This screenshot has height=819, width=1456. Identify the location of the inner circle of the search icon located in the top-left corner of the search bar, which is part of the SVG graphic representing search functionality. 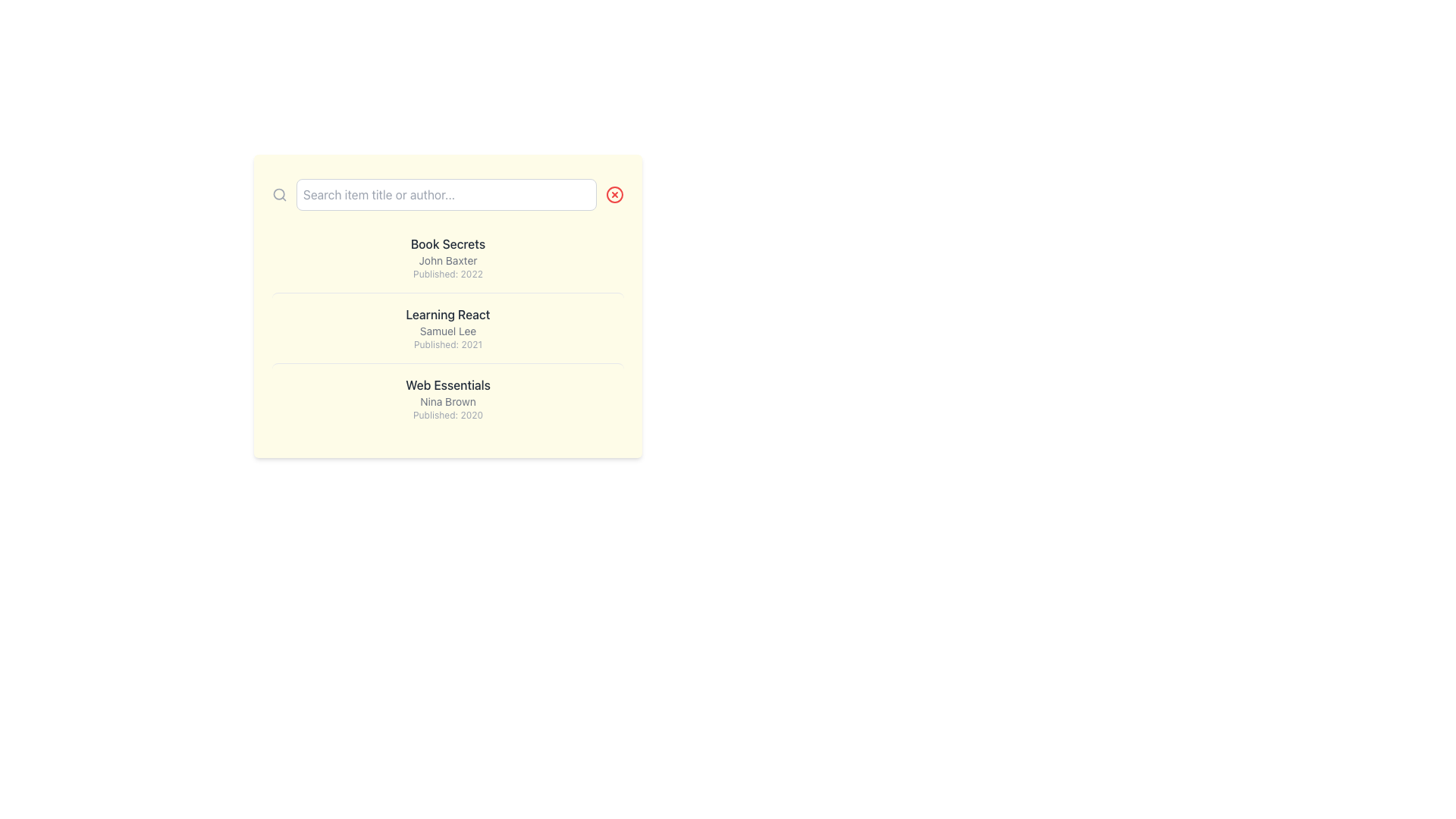
(279, 193).